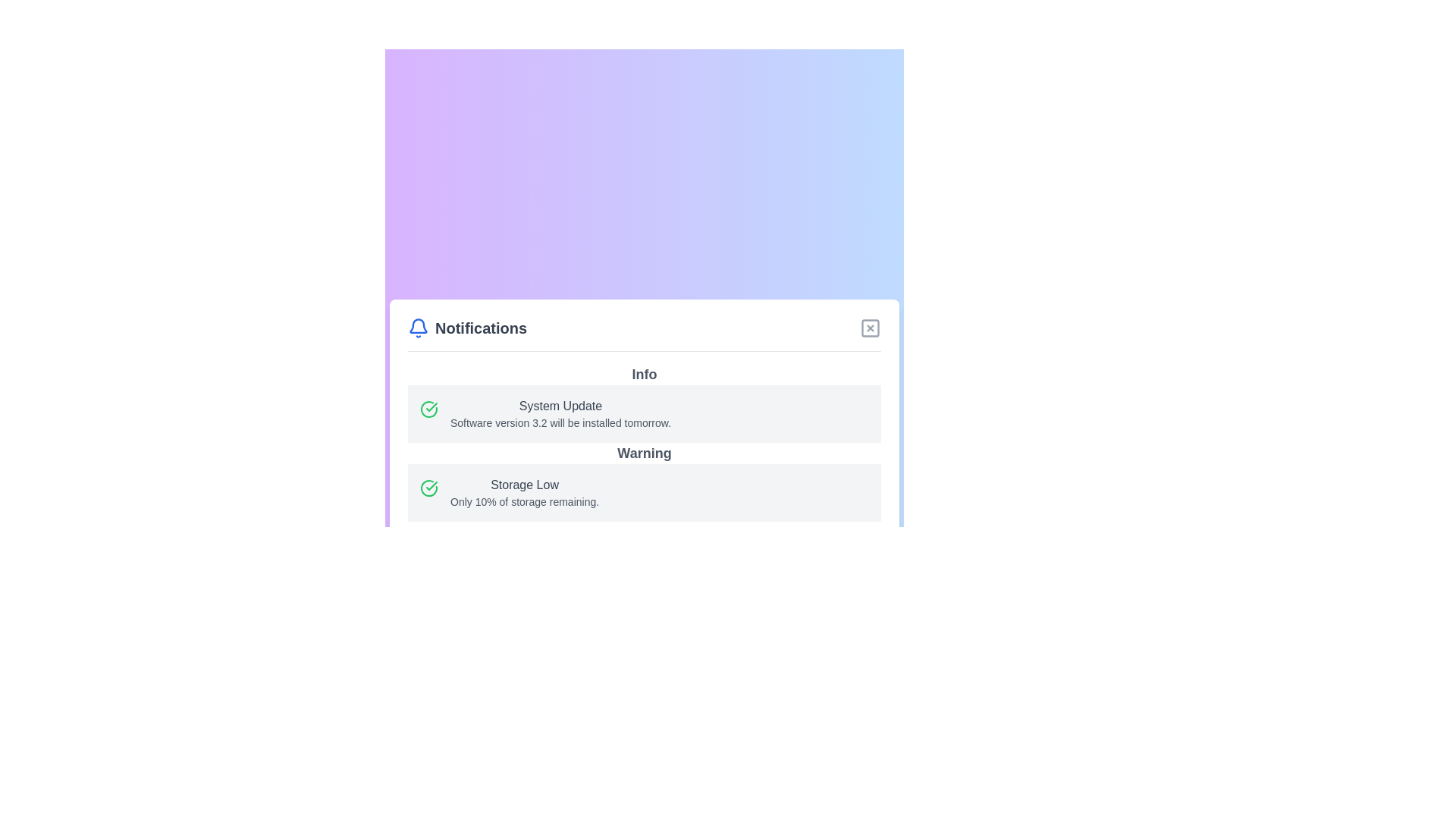 The image size is (1456, 819). Describe the element at coordinates (870, 327) in the screenshot. I see `the small square button with a gray border and centered 'X' symbol located at the top-right corner of the 'Notifications' panel` at that location.